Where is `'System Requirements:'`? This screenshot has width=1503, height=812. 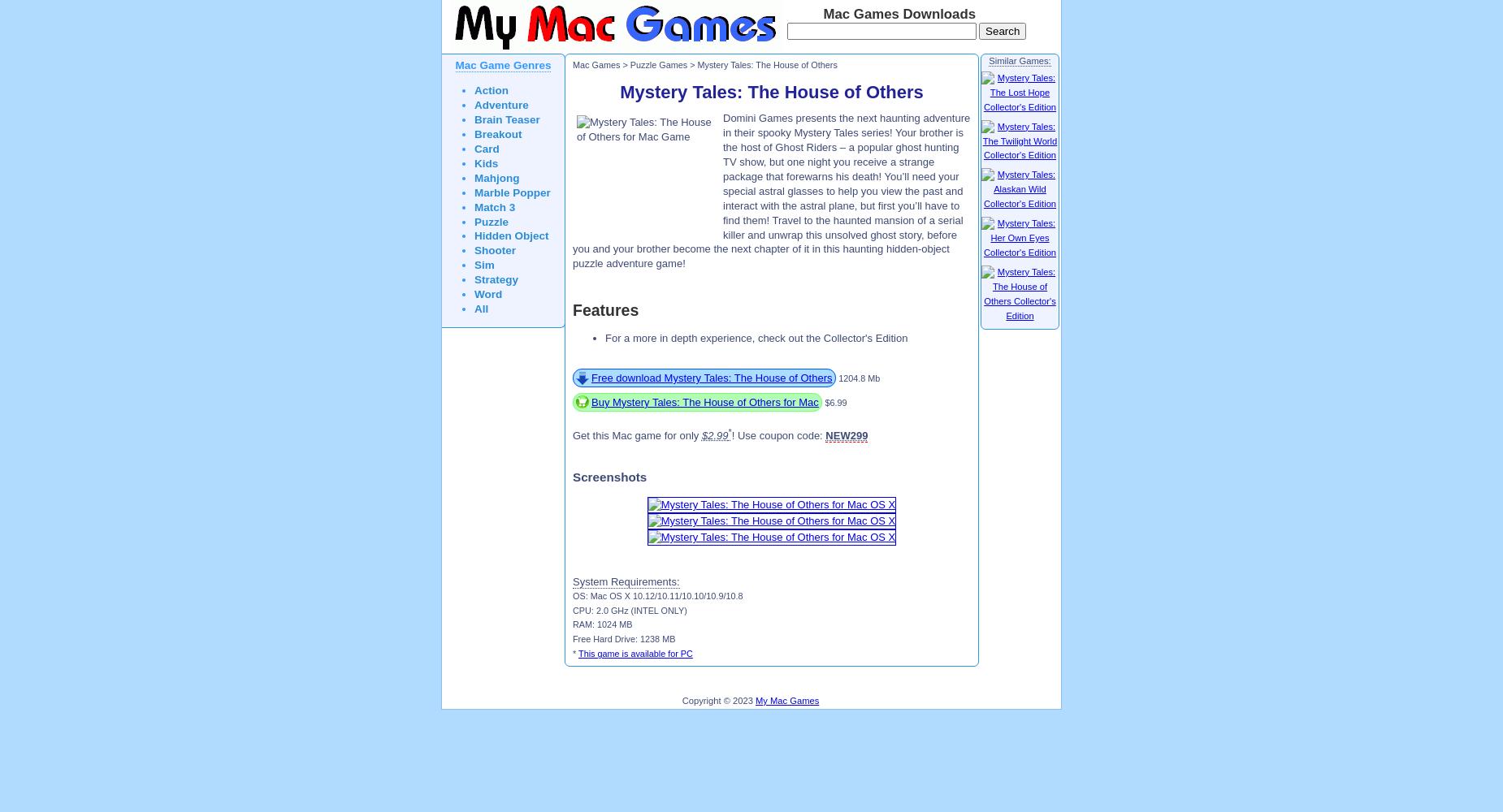 'System Requirements:' is located at coordinates (626, 580).